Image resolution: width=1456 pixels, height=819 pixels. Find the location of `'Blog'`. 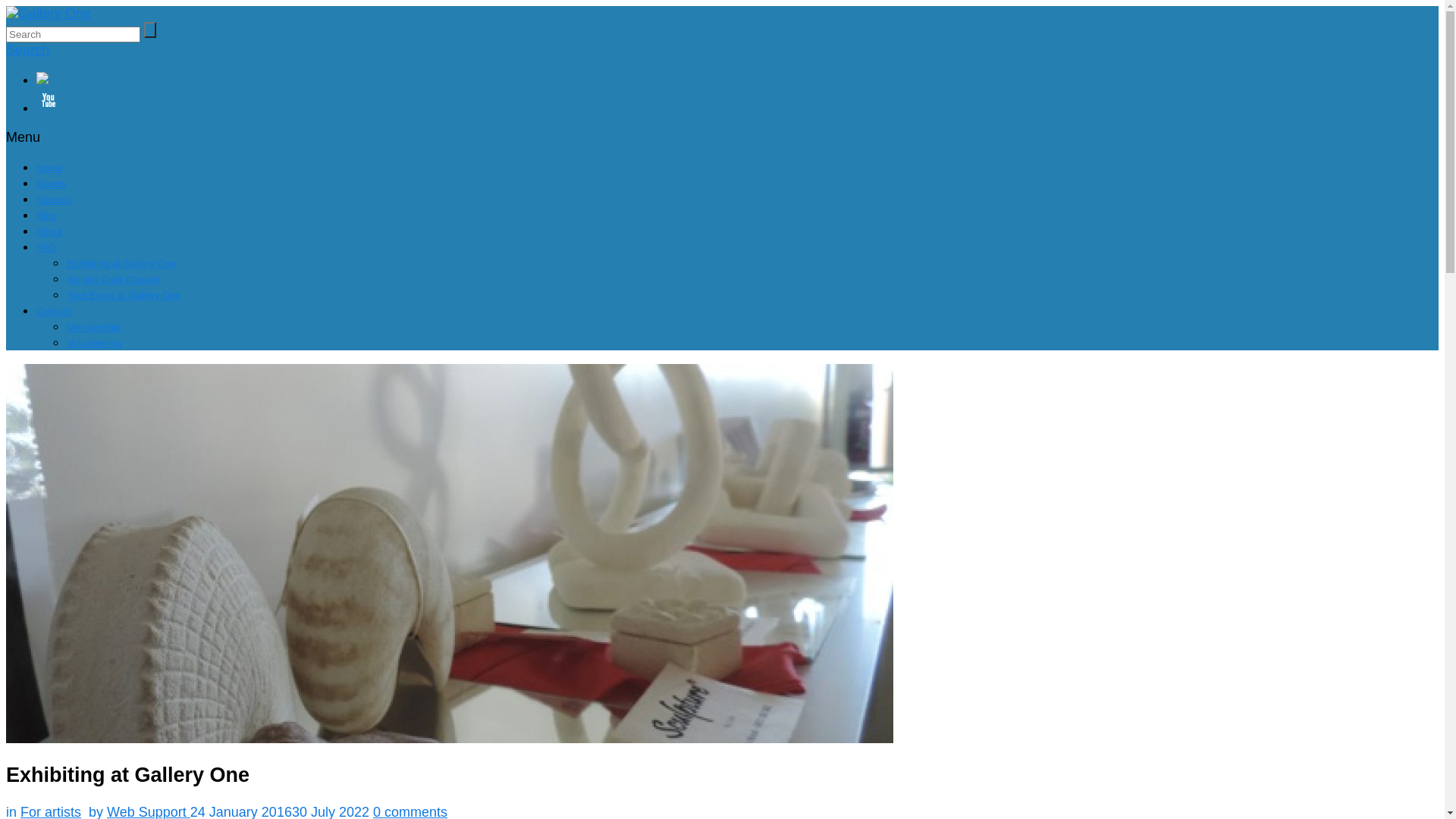

'Blog' is located at coordinates (46, 215).